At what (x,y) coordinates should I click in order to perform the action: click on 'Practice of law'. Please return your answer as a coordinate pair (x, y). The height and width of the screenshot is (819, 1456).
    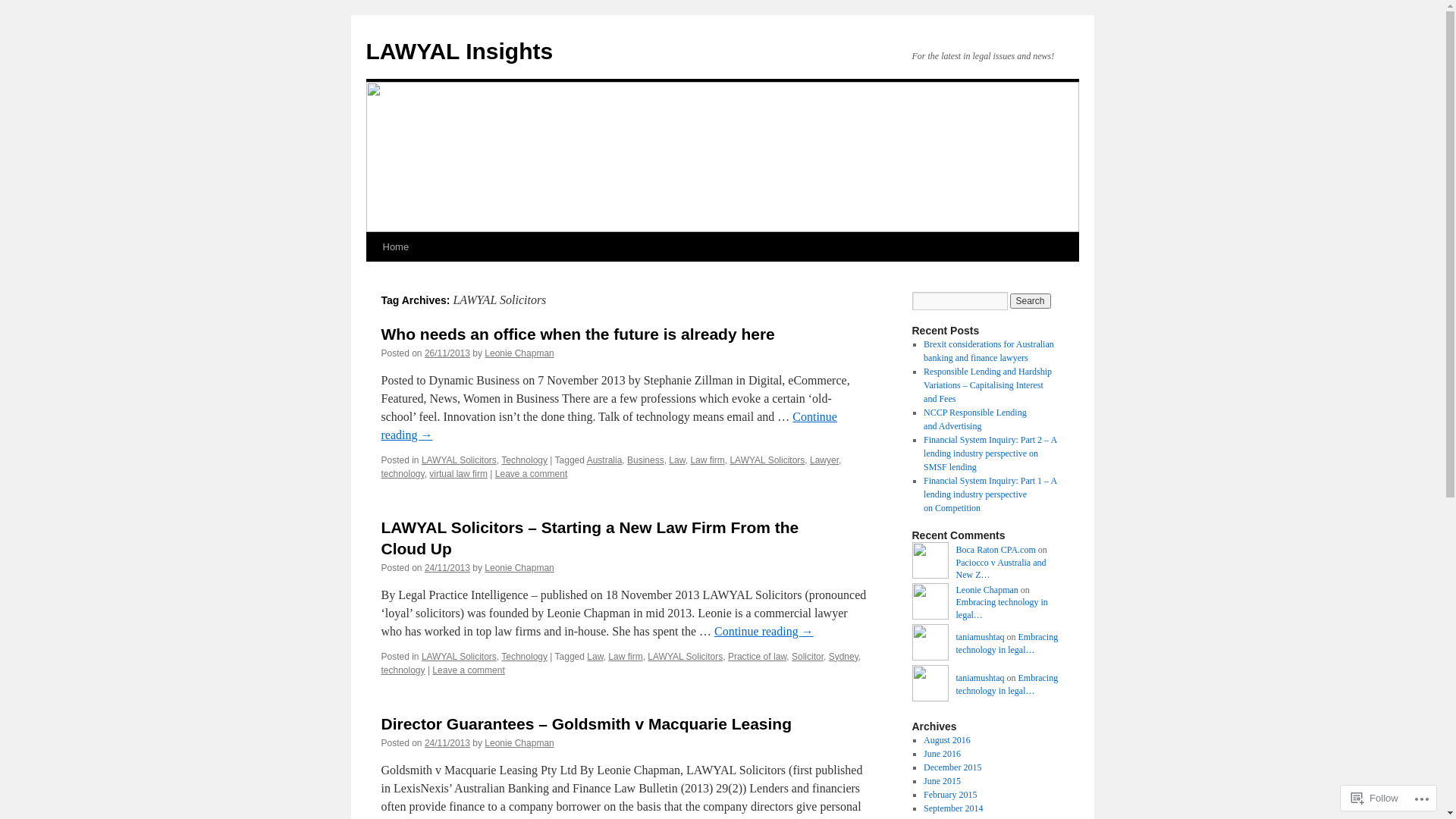
    Looking at the image, I should click on (757, 656).